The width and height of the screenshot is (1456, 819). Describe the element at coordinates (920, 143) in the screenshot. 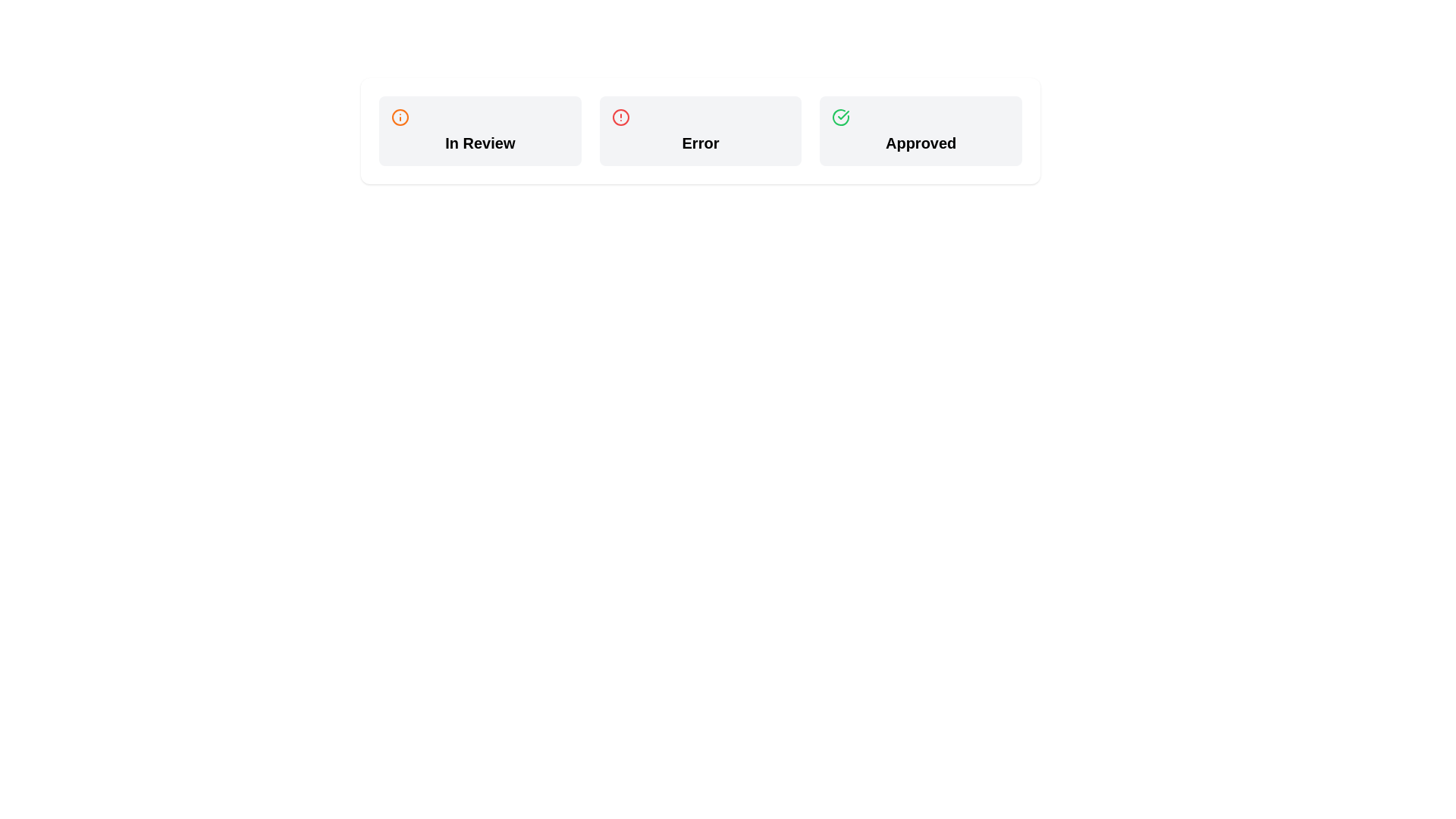

I see `the text label indicating the status of 'Approved', which is the third button in a three-button layout` at that location.